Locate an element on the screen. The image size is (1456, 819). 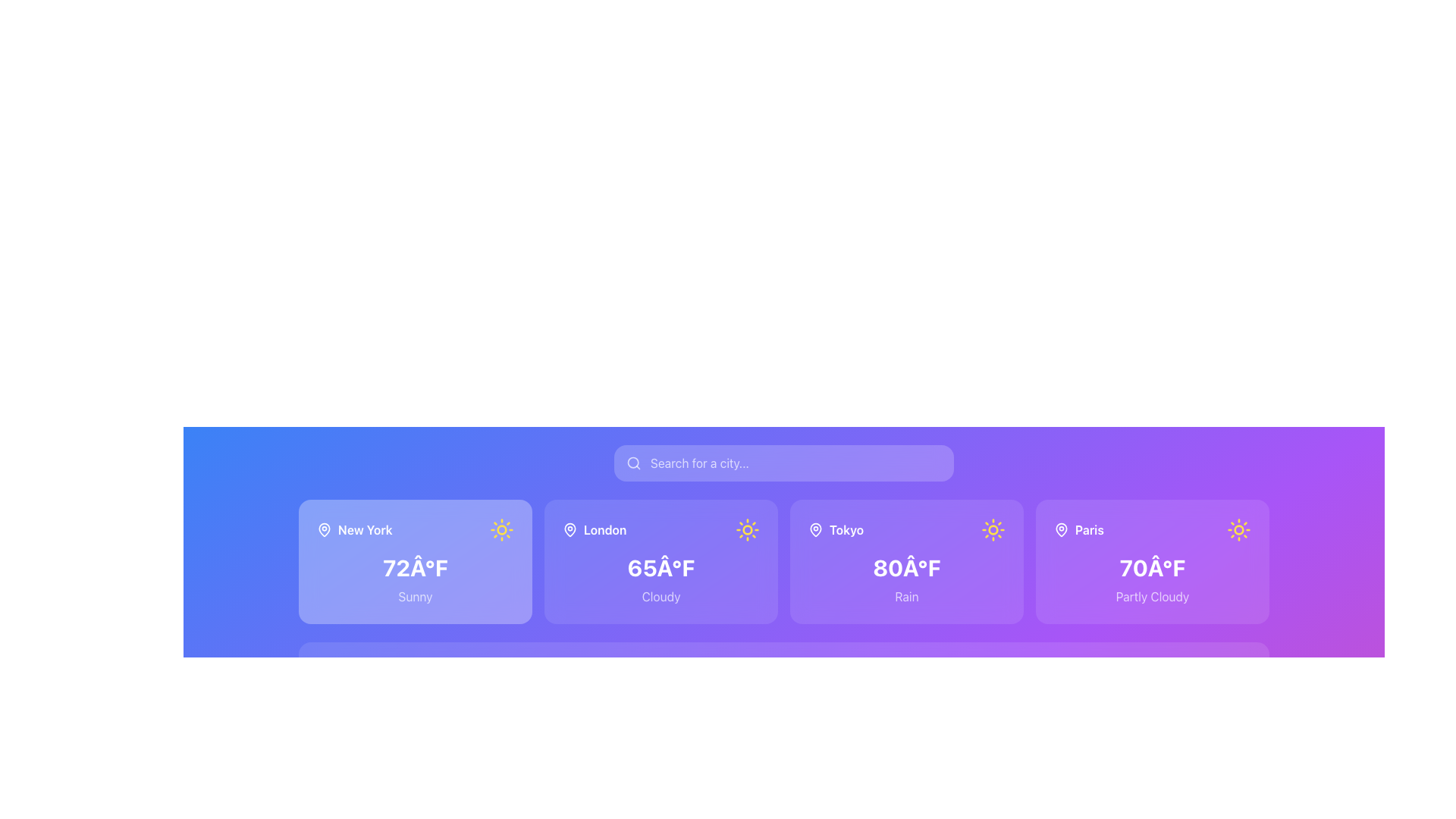
the sunny weather icon representing the current weather condition for Paris, located at the top-right corner of the Paris weather card is located at coordinates (1238, 529).